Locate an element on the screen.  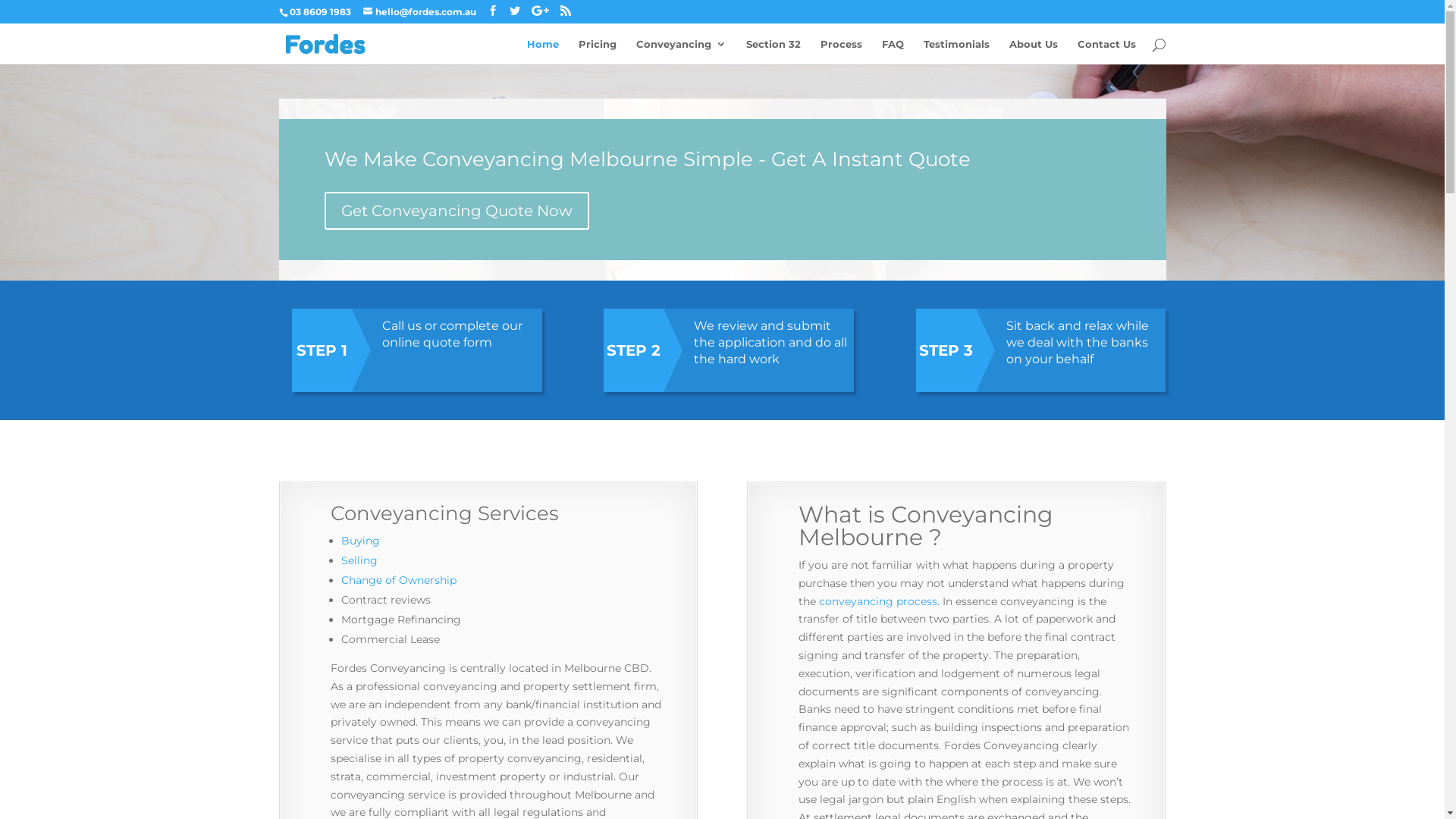
'Change of Ownership' is located at coordinates (399, 579).